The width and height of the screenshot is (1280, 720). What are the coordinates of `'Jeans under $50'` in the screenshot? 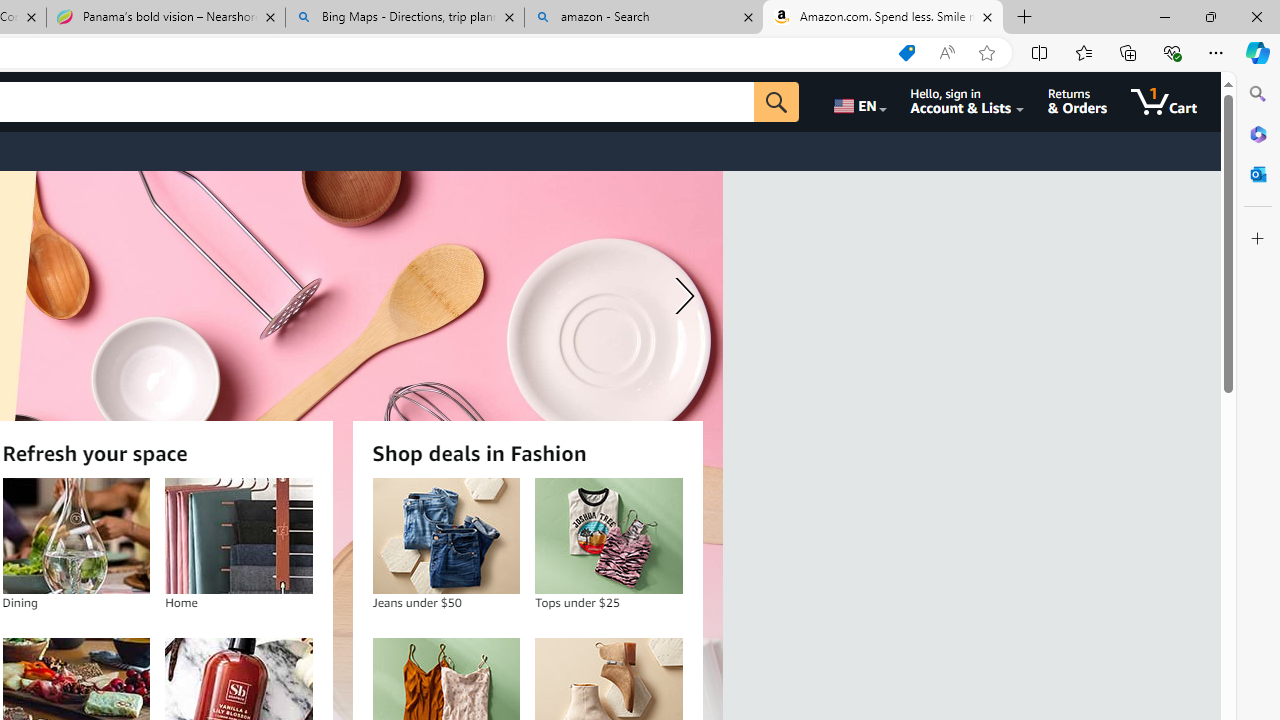 It's located at (445, 535).